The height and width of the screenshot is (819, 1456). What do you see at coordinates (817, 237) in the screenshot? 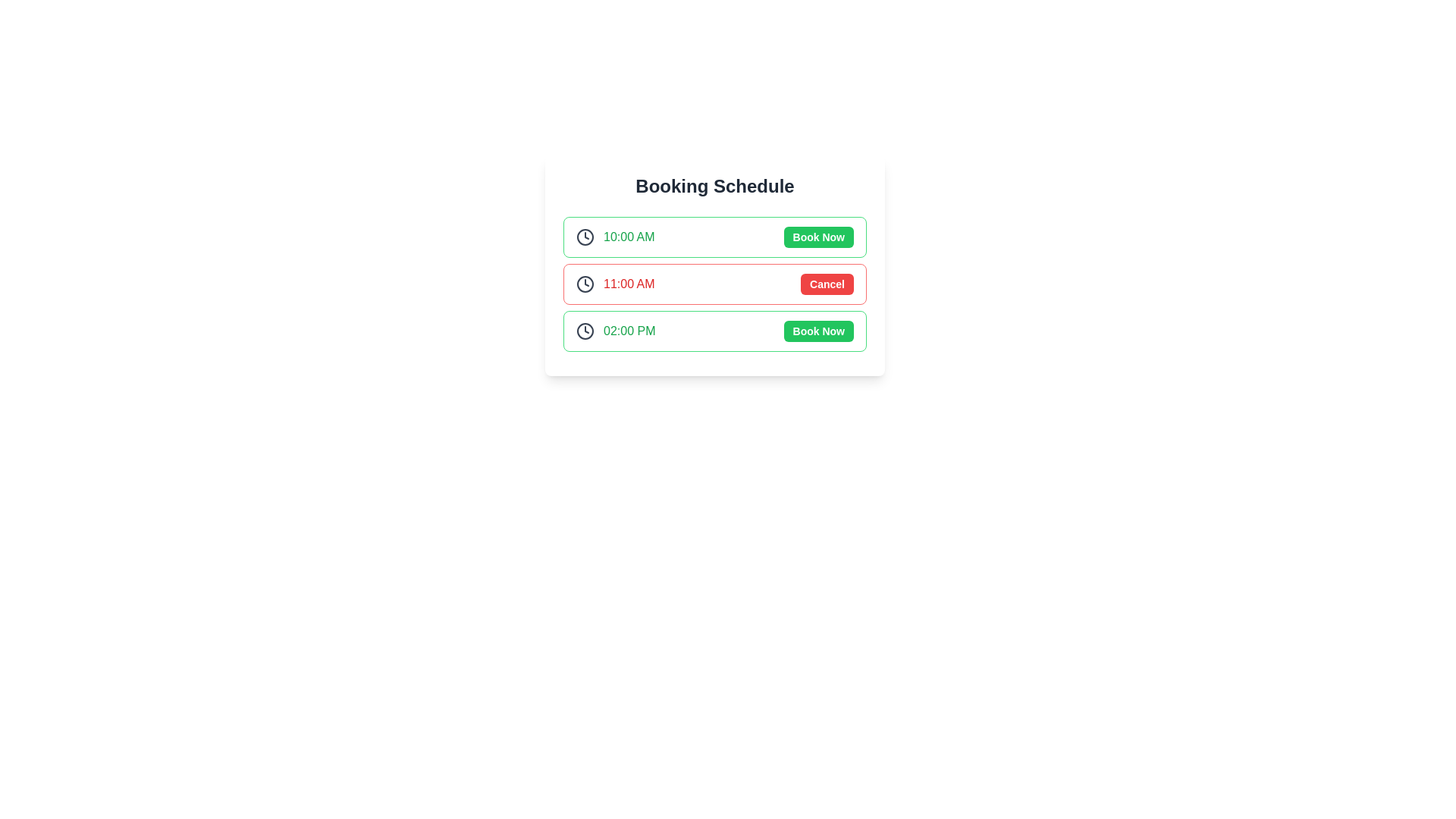
I see `the 'Book Now' button, which is a horizontally rectangular button with a green background and bold white text, to change its color` at bounding box center [817, 237].